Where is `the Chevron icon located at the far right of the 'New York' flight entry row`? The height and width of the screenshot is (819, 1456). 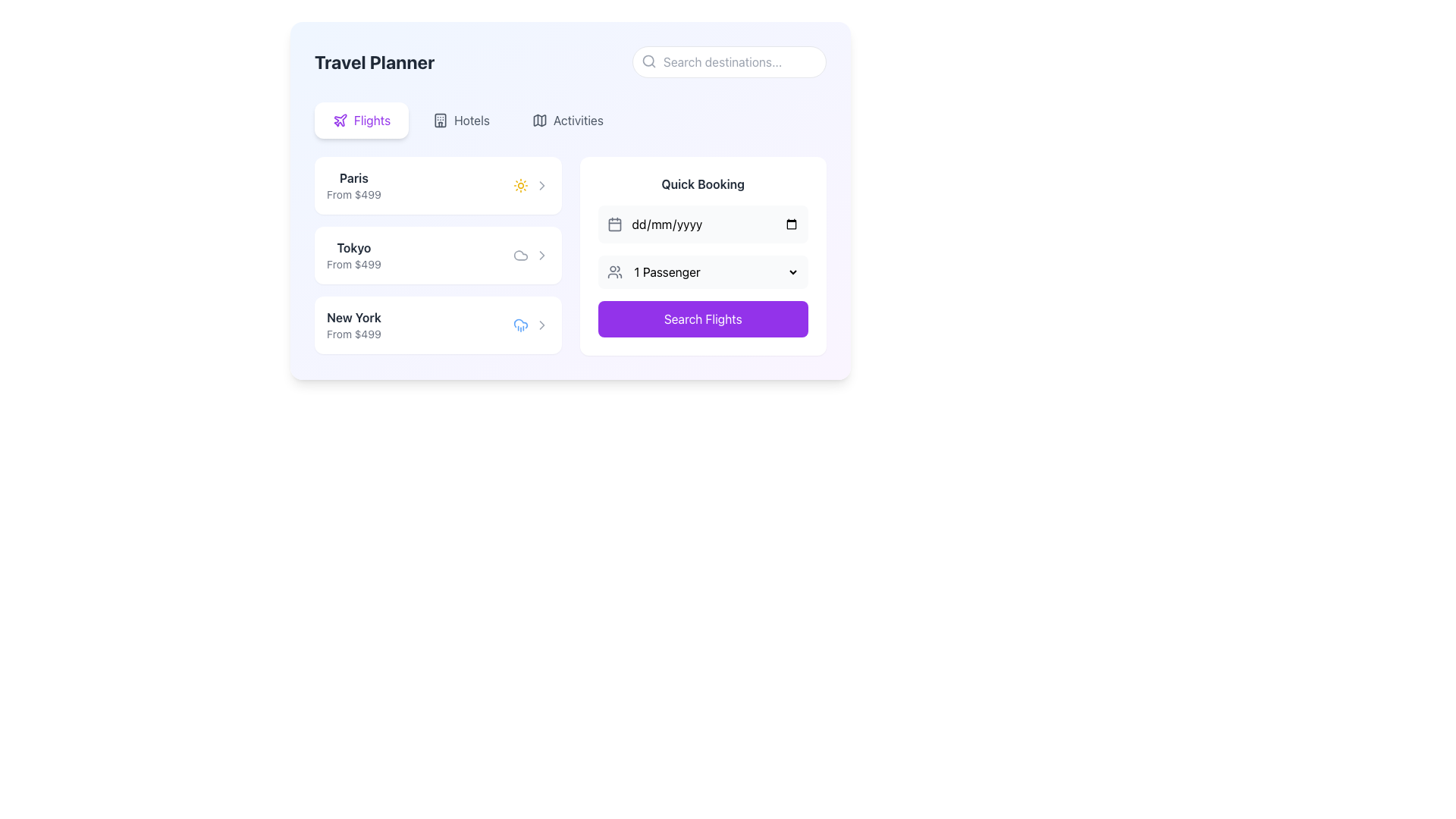 the Chevron icon located at the far right of the 'New York' flight entry row is located at coordinates (541, 324).